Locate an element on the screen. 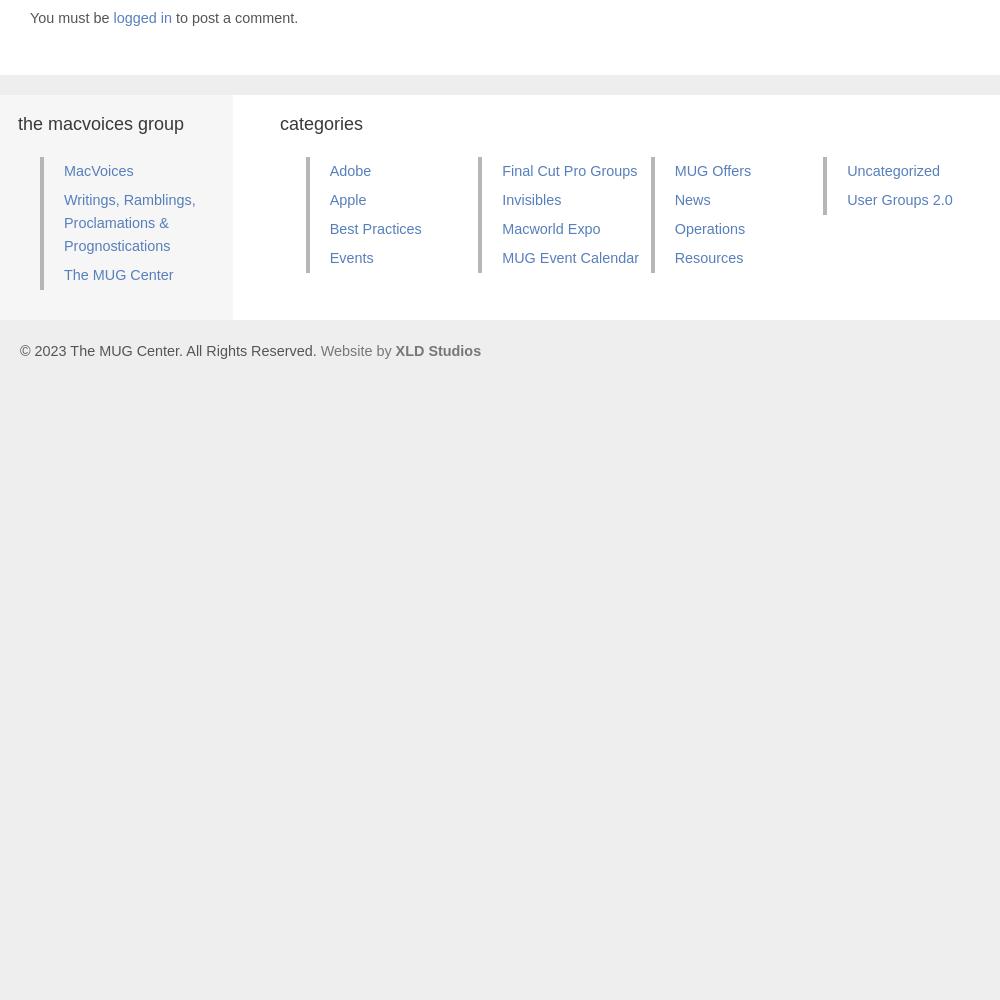 This screenshot has width=1000, height=1000. 'The MUG Center' is located at coordinates (63, 274).